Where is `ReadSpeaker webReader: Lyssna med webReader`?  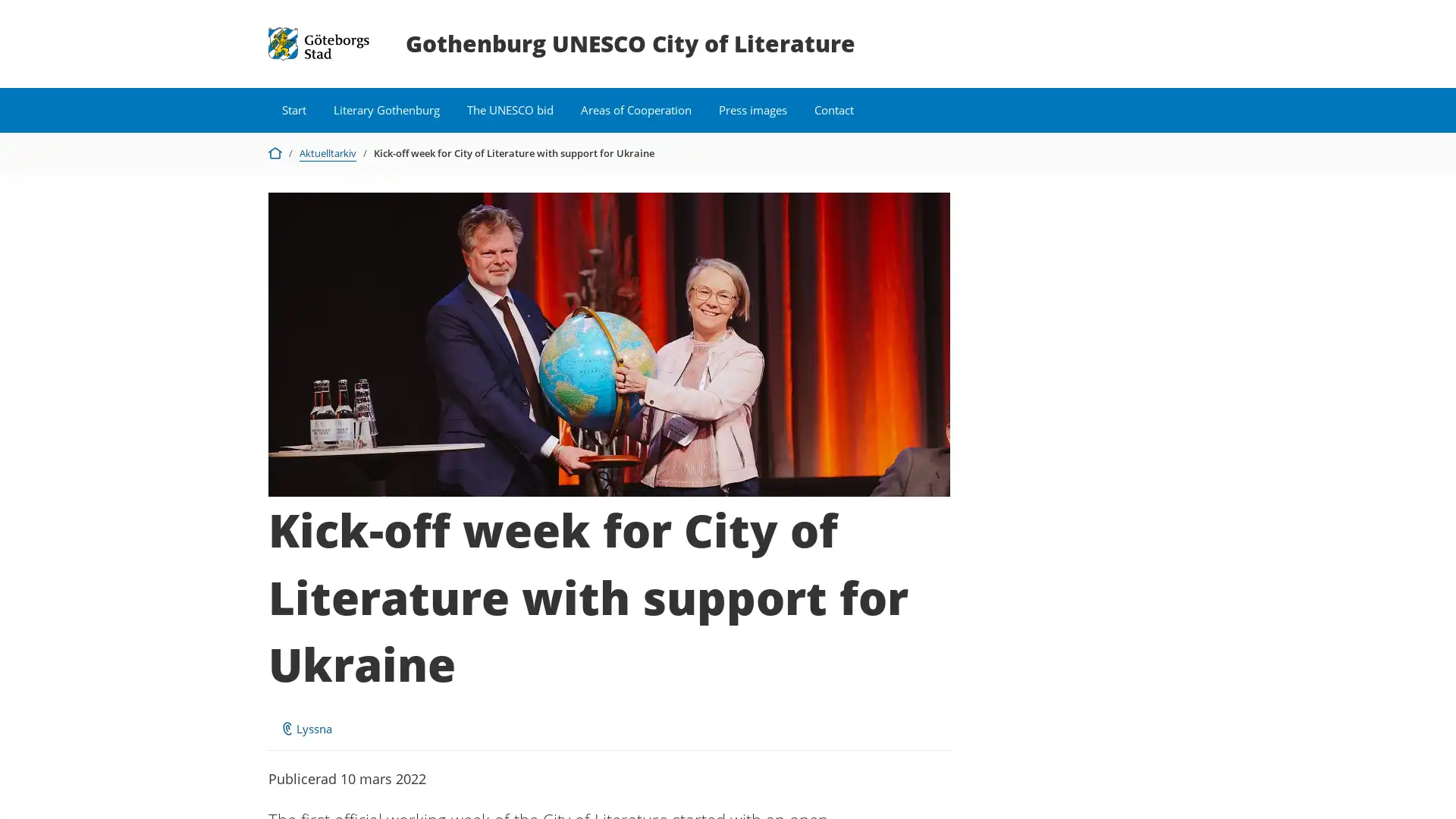
ReadSpeaker webReader: Lyssna med webReader is located at coordinates (305, 727).